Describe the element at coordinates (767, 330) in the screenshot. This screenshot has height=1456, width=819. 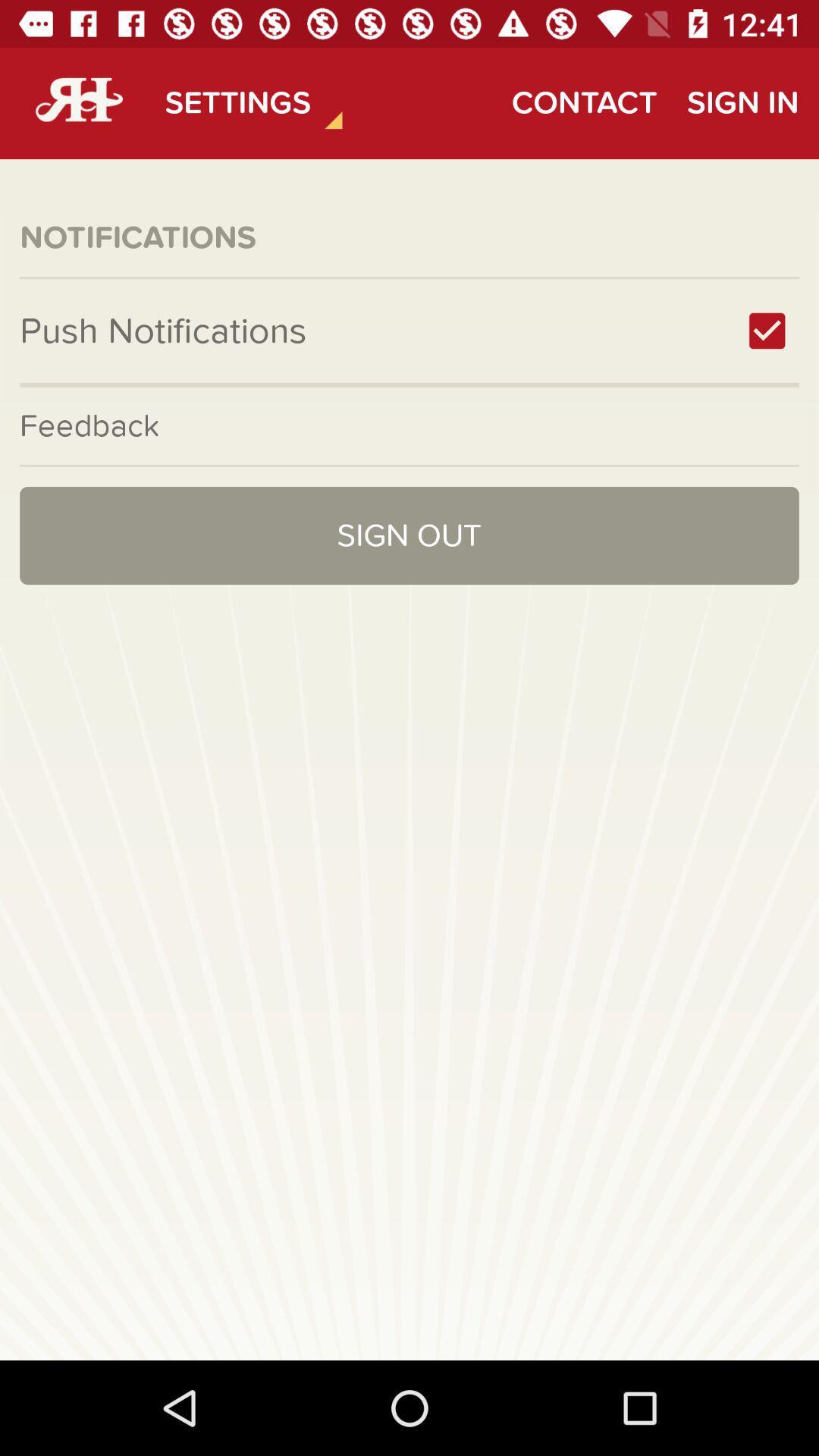
I see `push notification` at that location.